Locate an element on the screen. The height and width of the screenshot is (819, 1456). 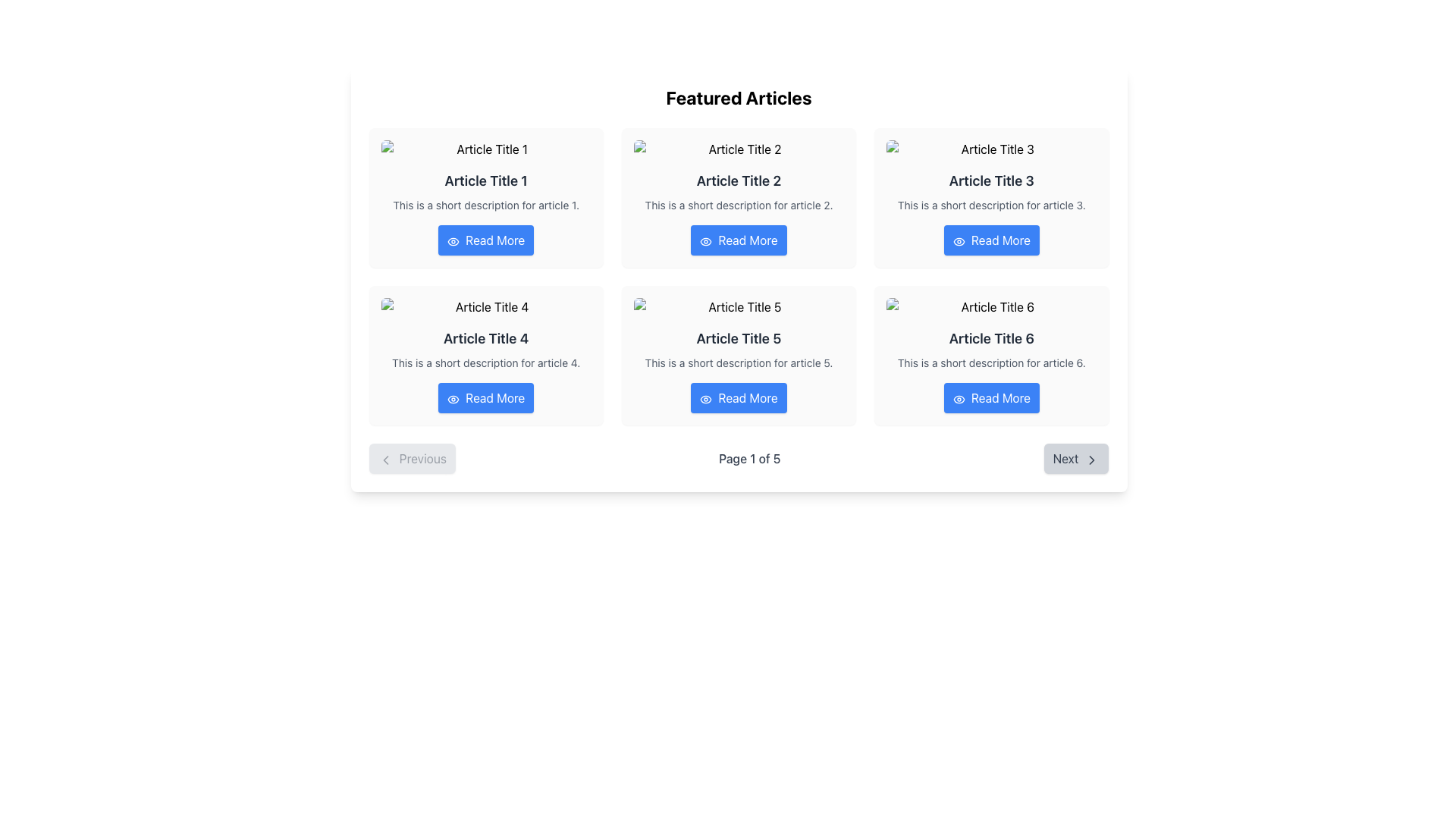
the 'Read More' button with an eye icon located in the first article card is located at coordinates (486, 239).